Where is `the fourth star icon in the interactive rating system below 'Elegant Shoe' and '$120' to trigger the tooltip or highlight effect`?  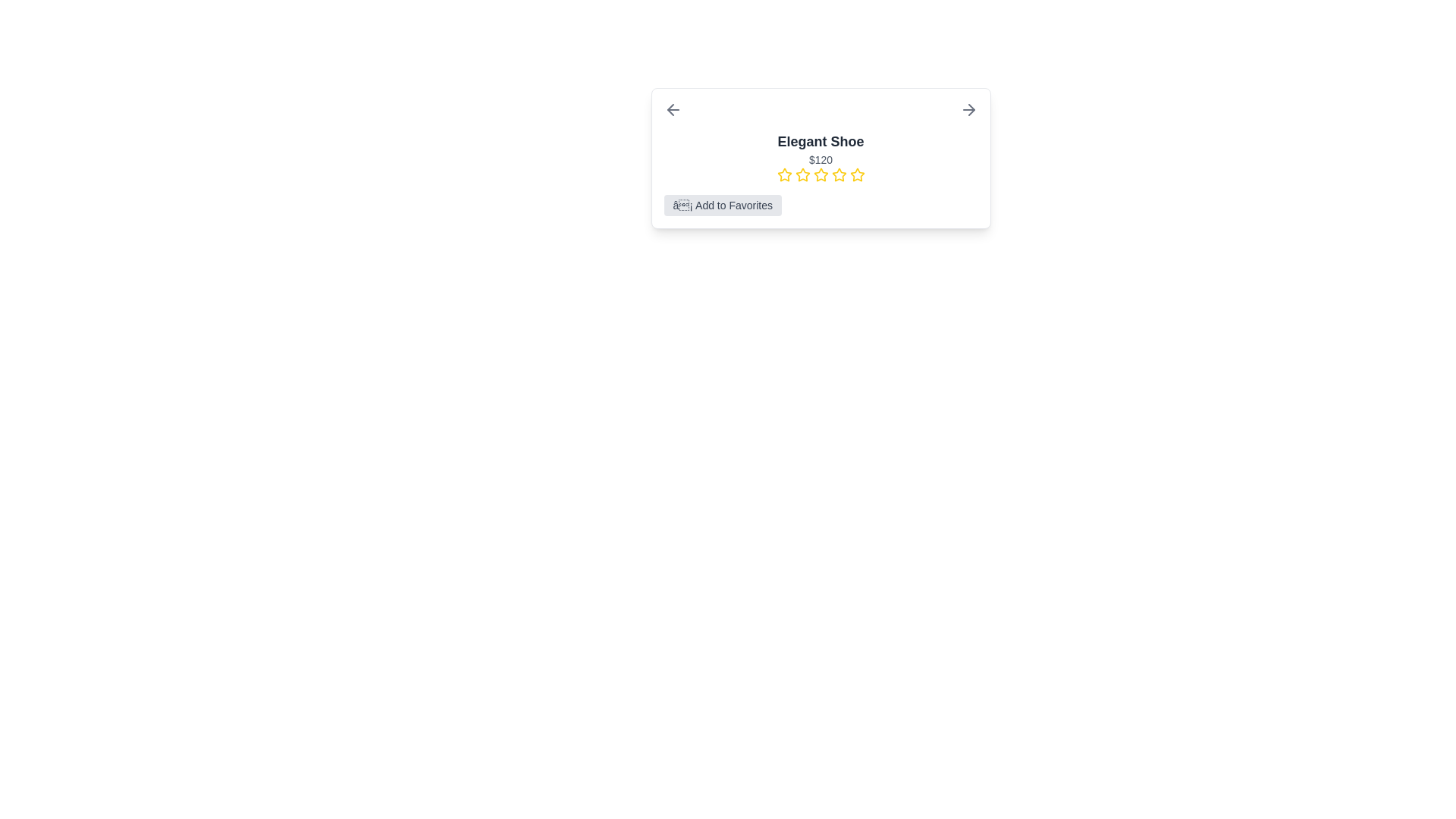 the fourth star icon in the interactive rating system below 'Elegant Shoe' and '$120' to trigger the tooltip or highlight effect is located at coordinates (820, 174).